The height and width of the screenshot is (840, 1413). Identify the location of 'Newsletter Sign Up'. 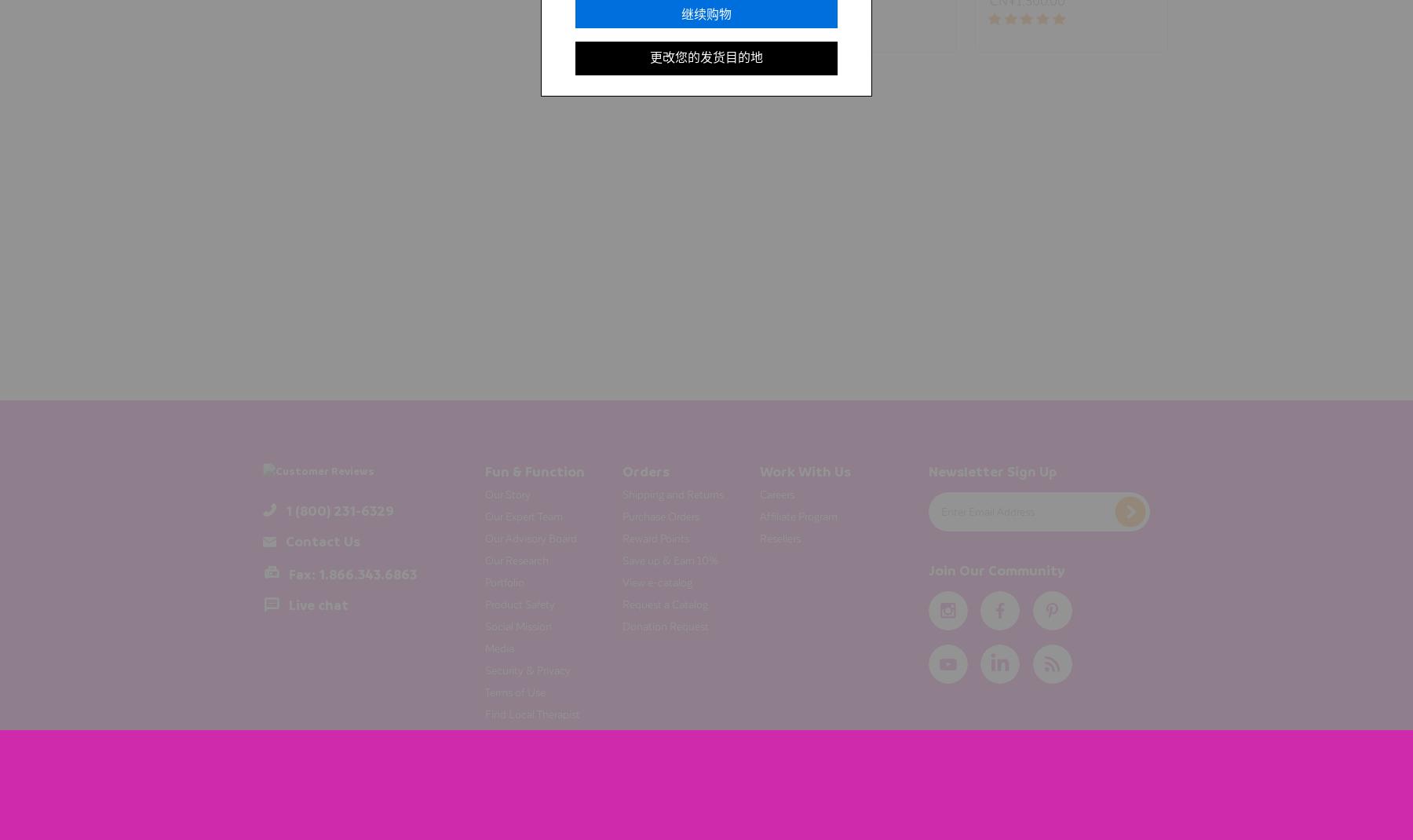
(927, 469).